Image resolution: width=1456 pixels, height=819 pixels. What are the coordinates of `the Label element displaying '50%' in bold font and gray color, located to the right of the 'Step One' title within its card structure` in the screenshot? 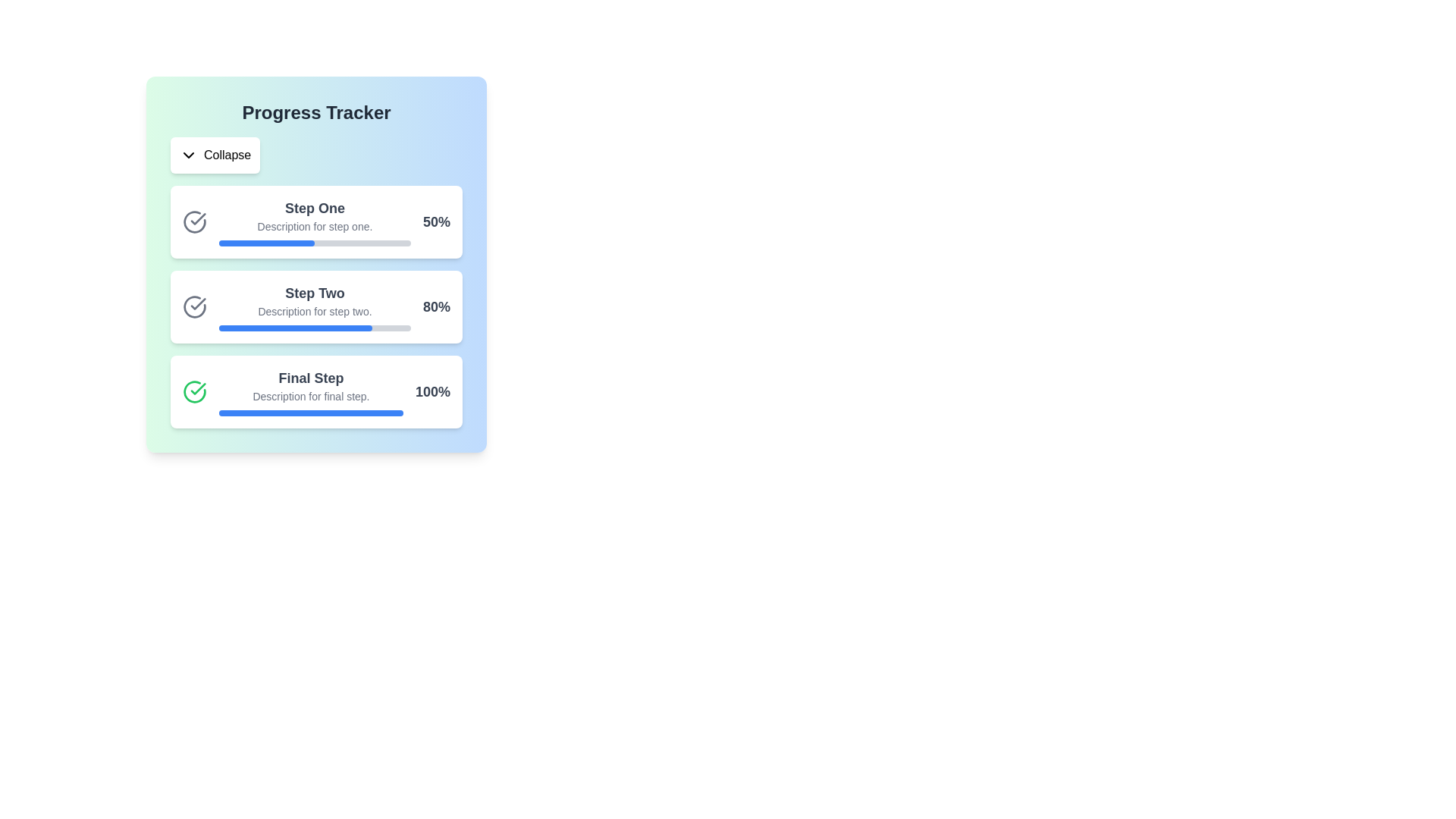 It's located at (436, 222).